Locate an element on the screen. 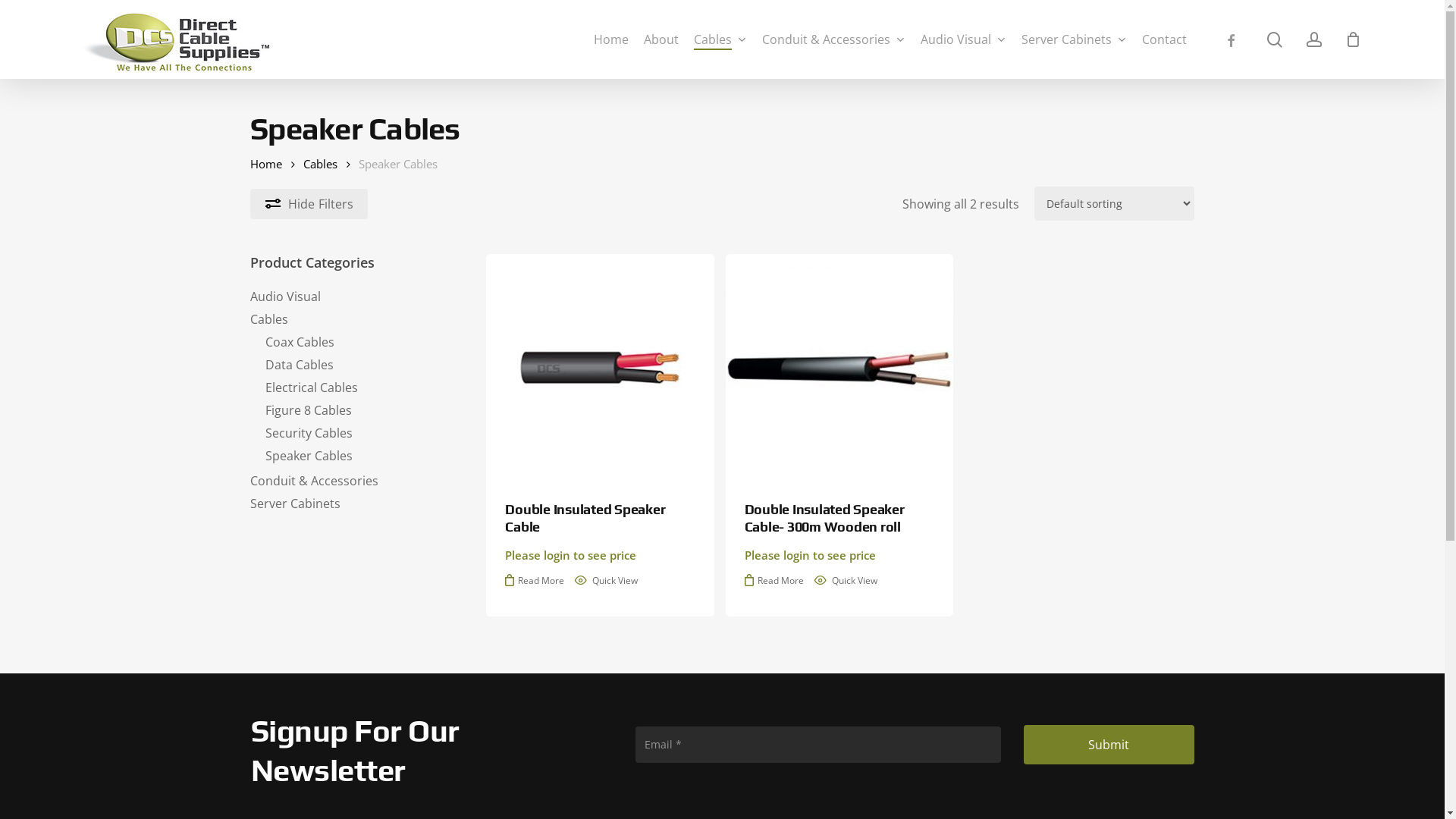  'Coax Cables' is located at coordinates (356, 342).